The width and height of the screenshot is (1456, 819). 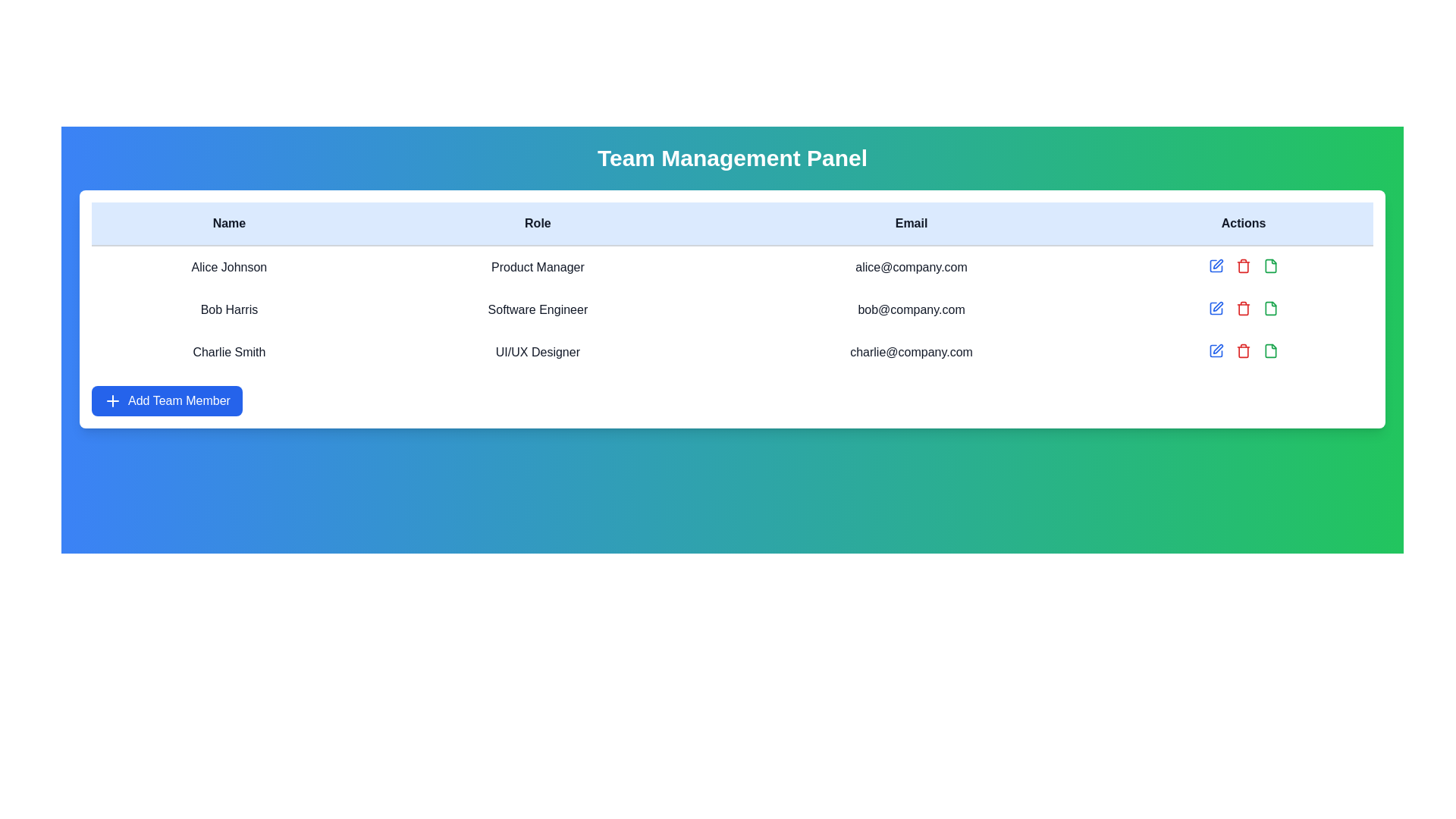 I want to click on the pen icon in the second row of the 'Actions' column for editing the entry associated with 'Bob Harris', so click(x=1218, y=263).